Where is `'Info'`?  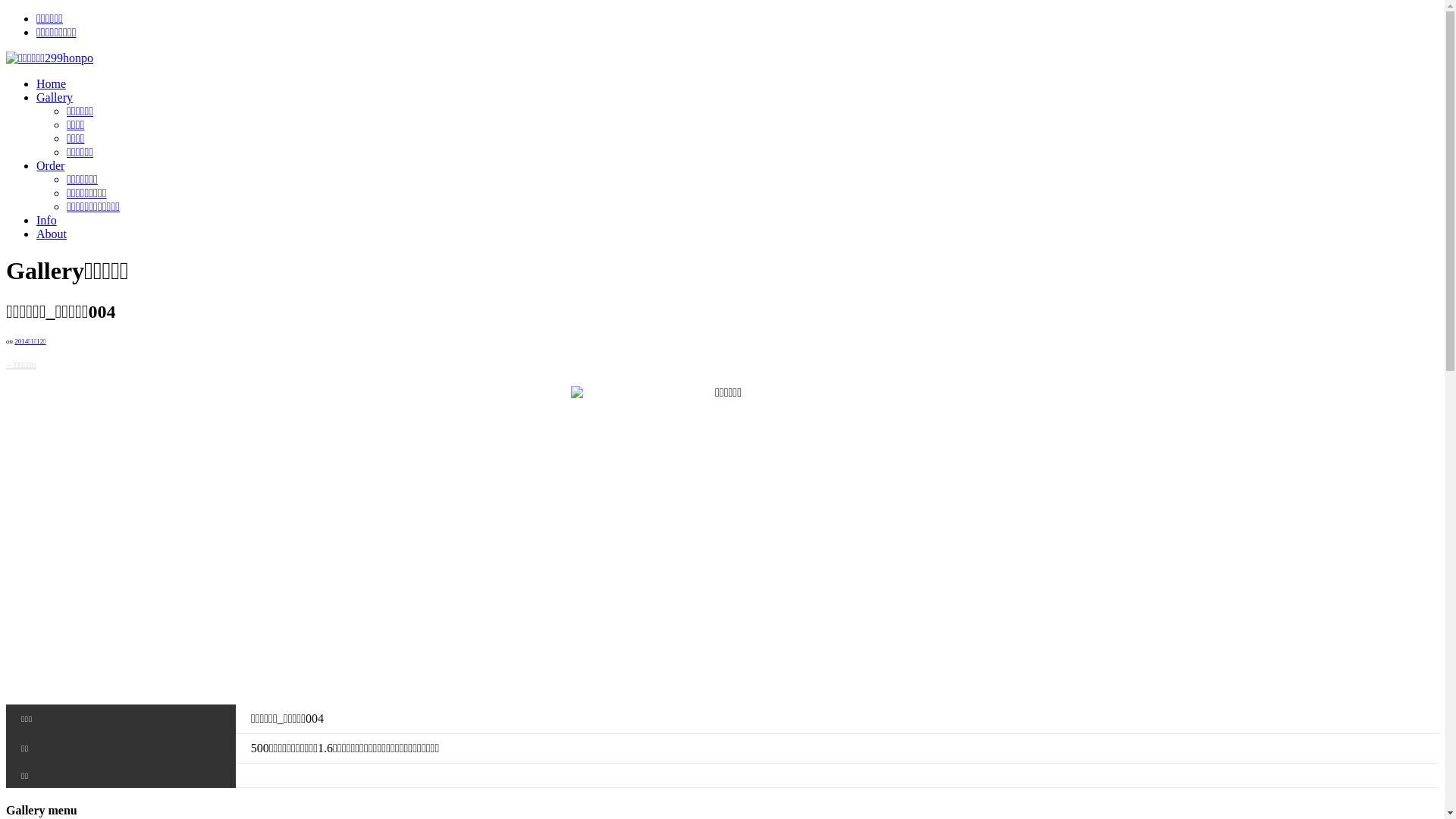
'Info' is located at coordinates (46, 220).